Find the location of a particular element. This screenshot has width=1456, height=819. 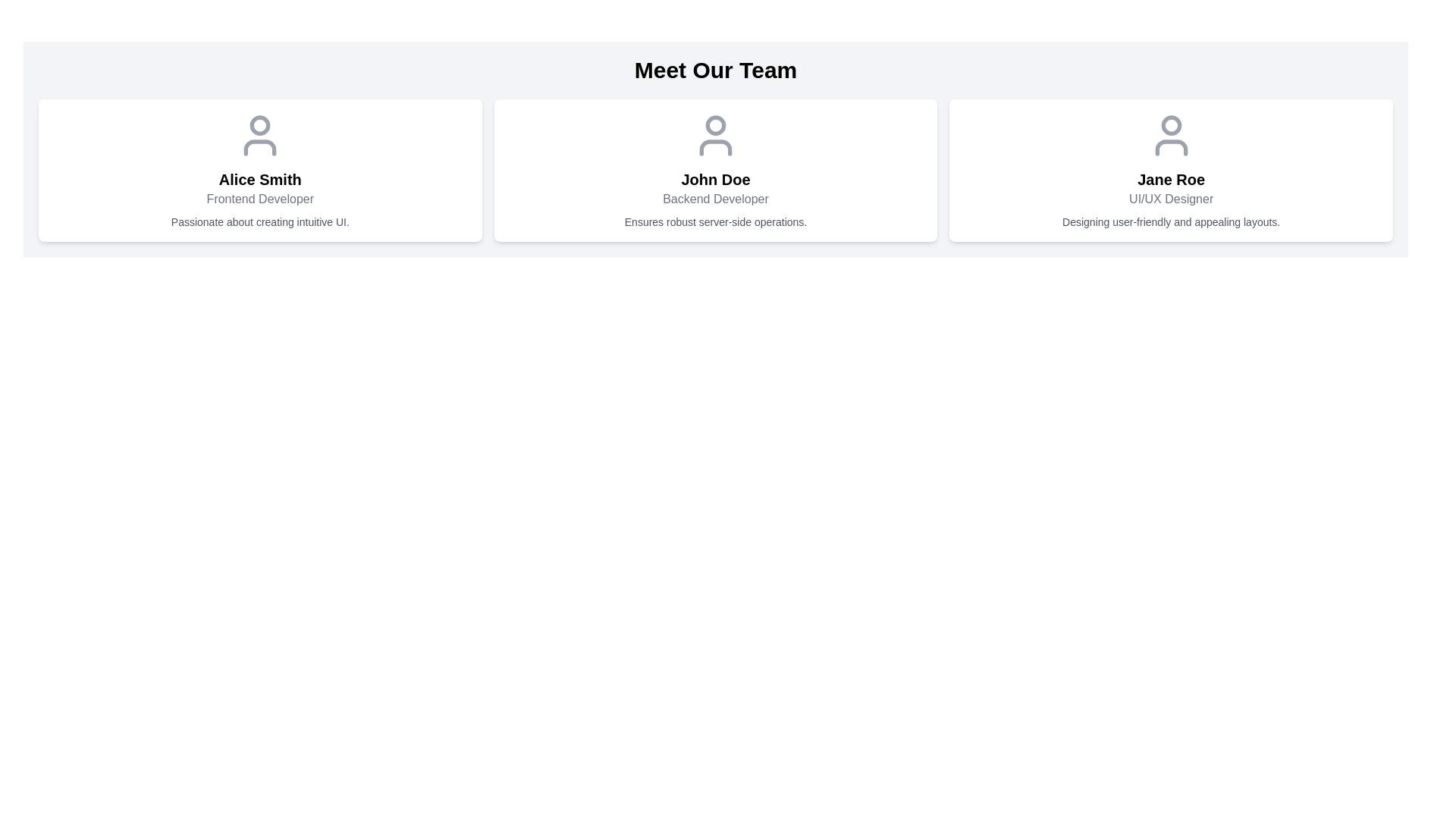

text content 'Passionate about creating intuitive UI.' located centrally beneath the label 'Frontend Developer' in the bottom section of the card for 'Alice Smith' is located at coordinates (260, 222).